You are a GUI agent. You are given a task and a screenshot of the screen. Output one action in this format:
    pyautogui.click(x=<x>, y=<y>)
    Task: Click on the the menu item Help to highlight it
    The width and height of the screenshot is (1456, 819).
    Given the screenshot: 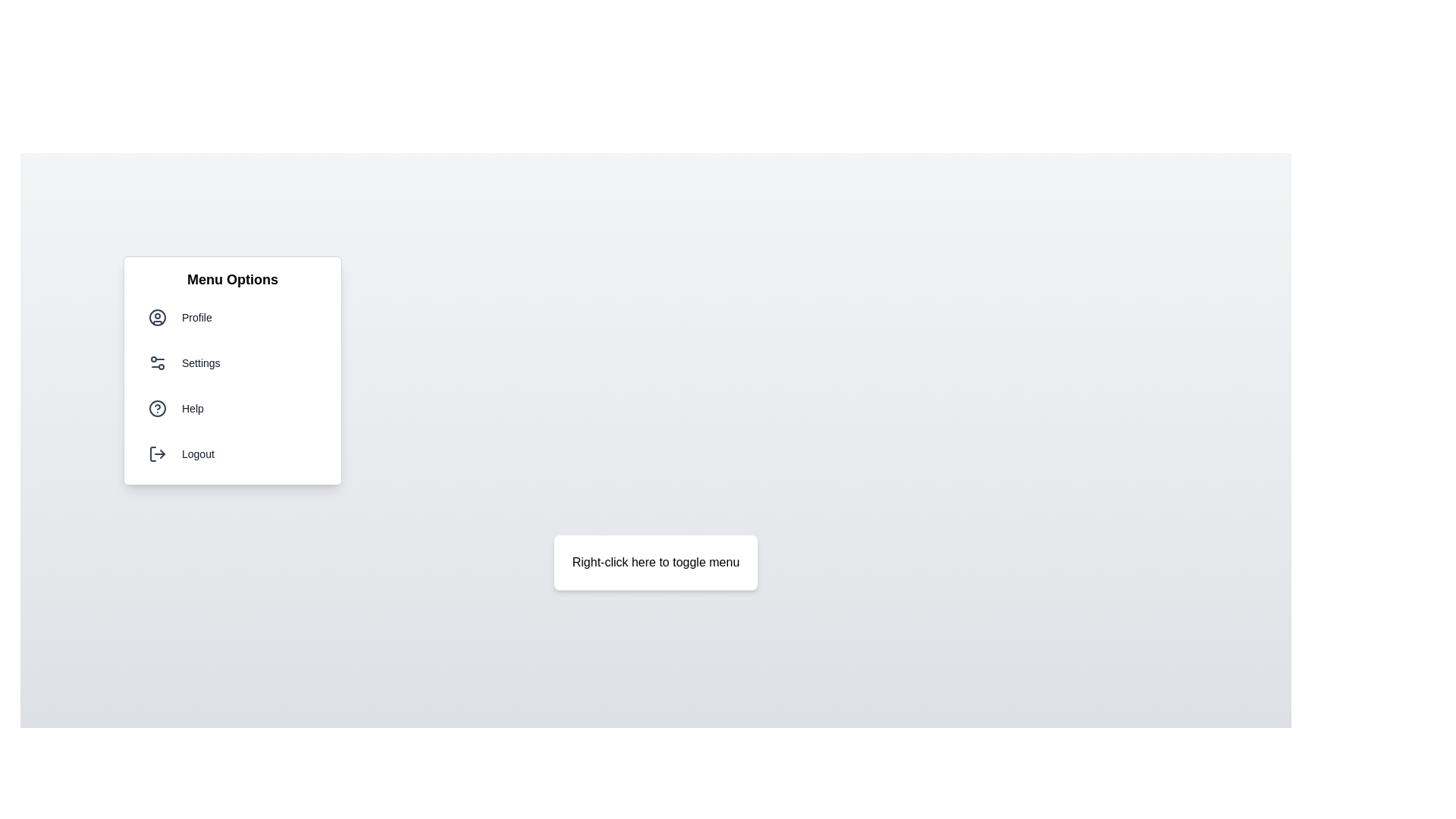 What is the action you would take?
    pyautogui.click(x=232, y=408)
    